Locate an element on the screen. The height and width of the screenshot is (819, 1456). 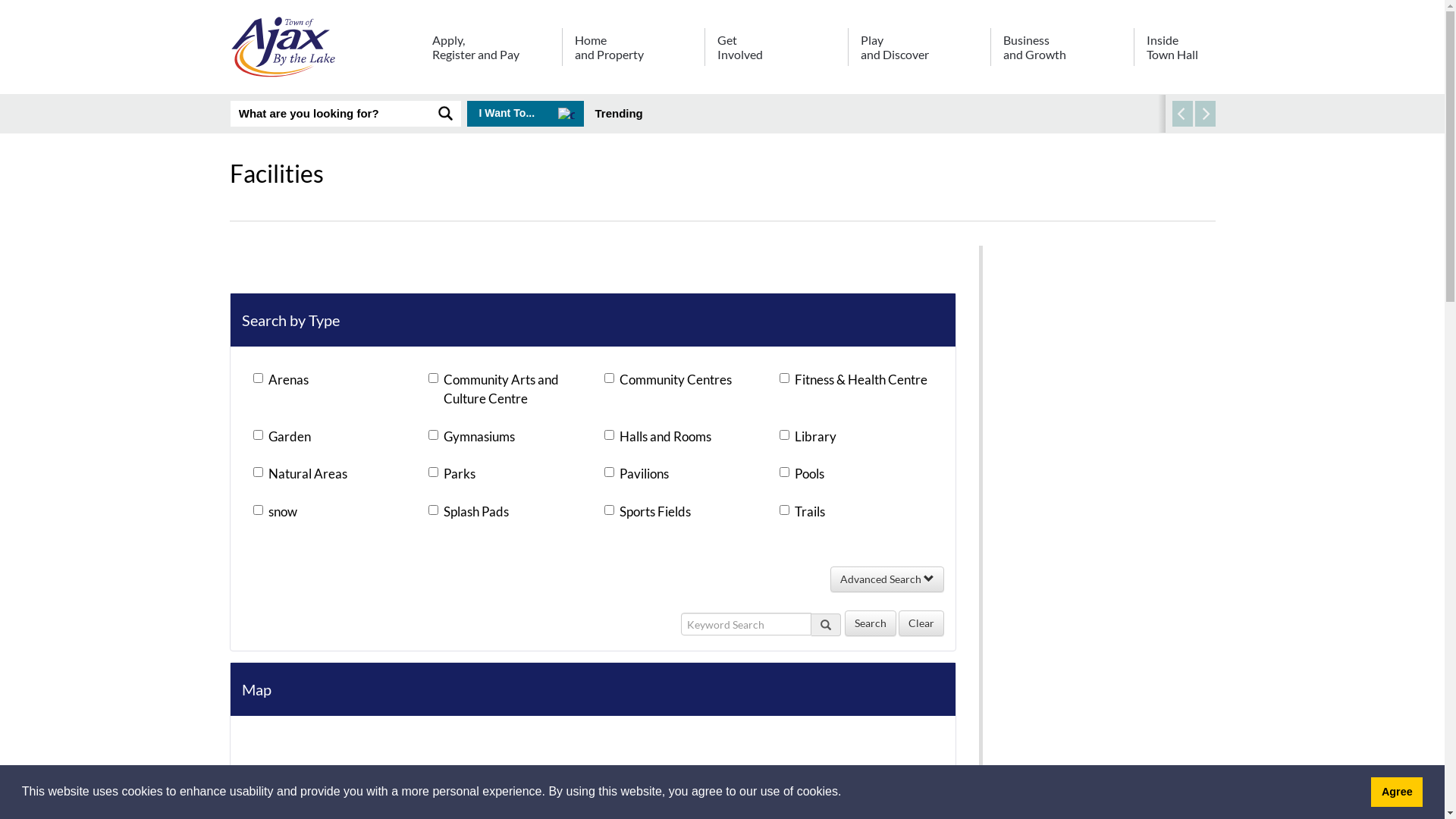
'Search' is located at coordinates (870, 623).